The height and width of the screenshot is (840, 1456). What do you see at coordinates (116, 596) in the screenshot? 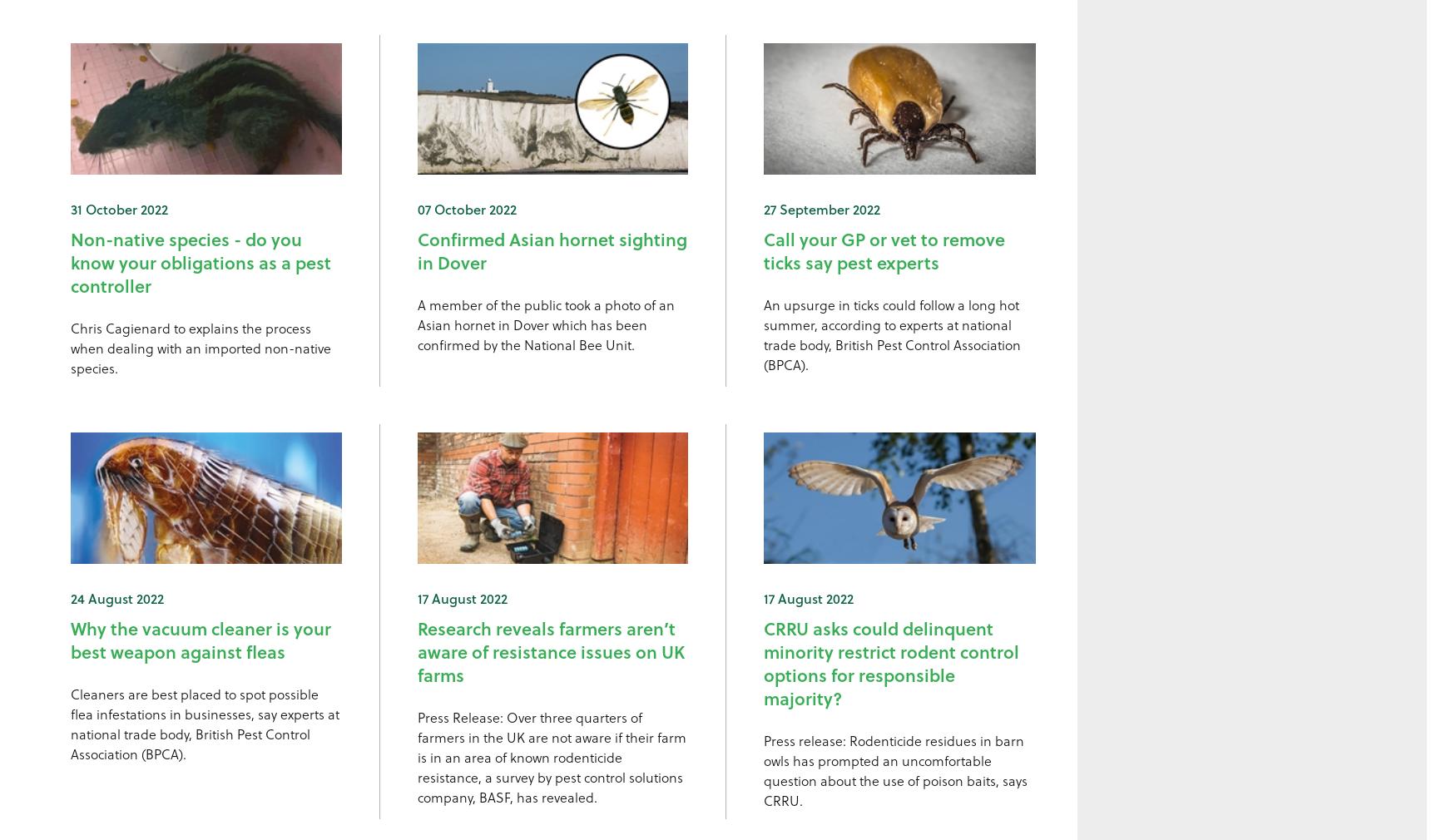
I see `'24 August 2022'` at bounding box center [116, 596].